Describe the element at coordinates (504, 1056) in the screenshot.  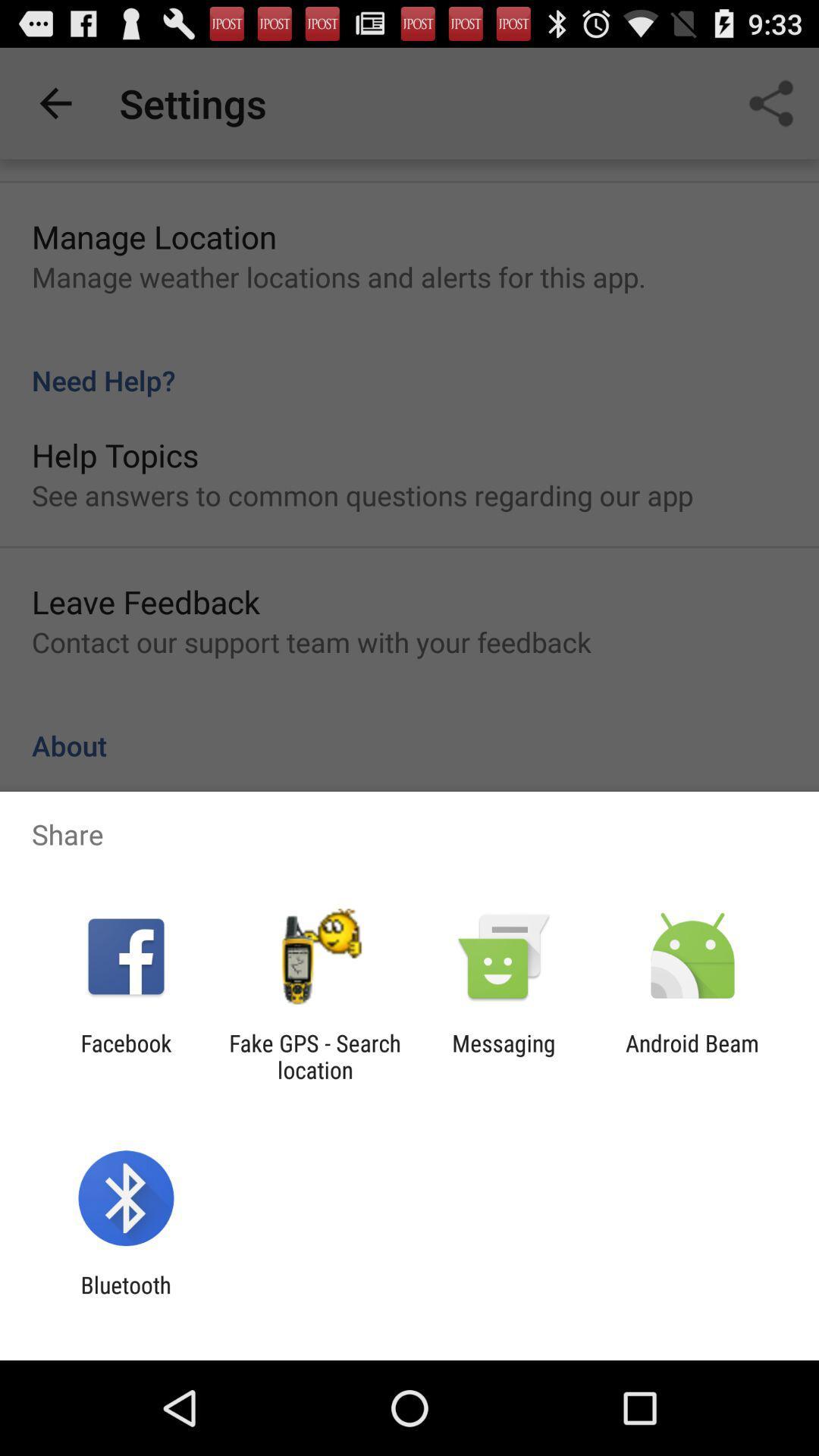
I see `item to the left of the android beam item` at that location.